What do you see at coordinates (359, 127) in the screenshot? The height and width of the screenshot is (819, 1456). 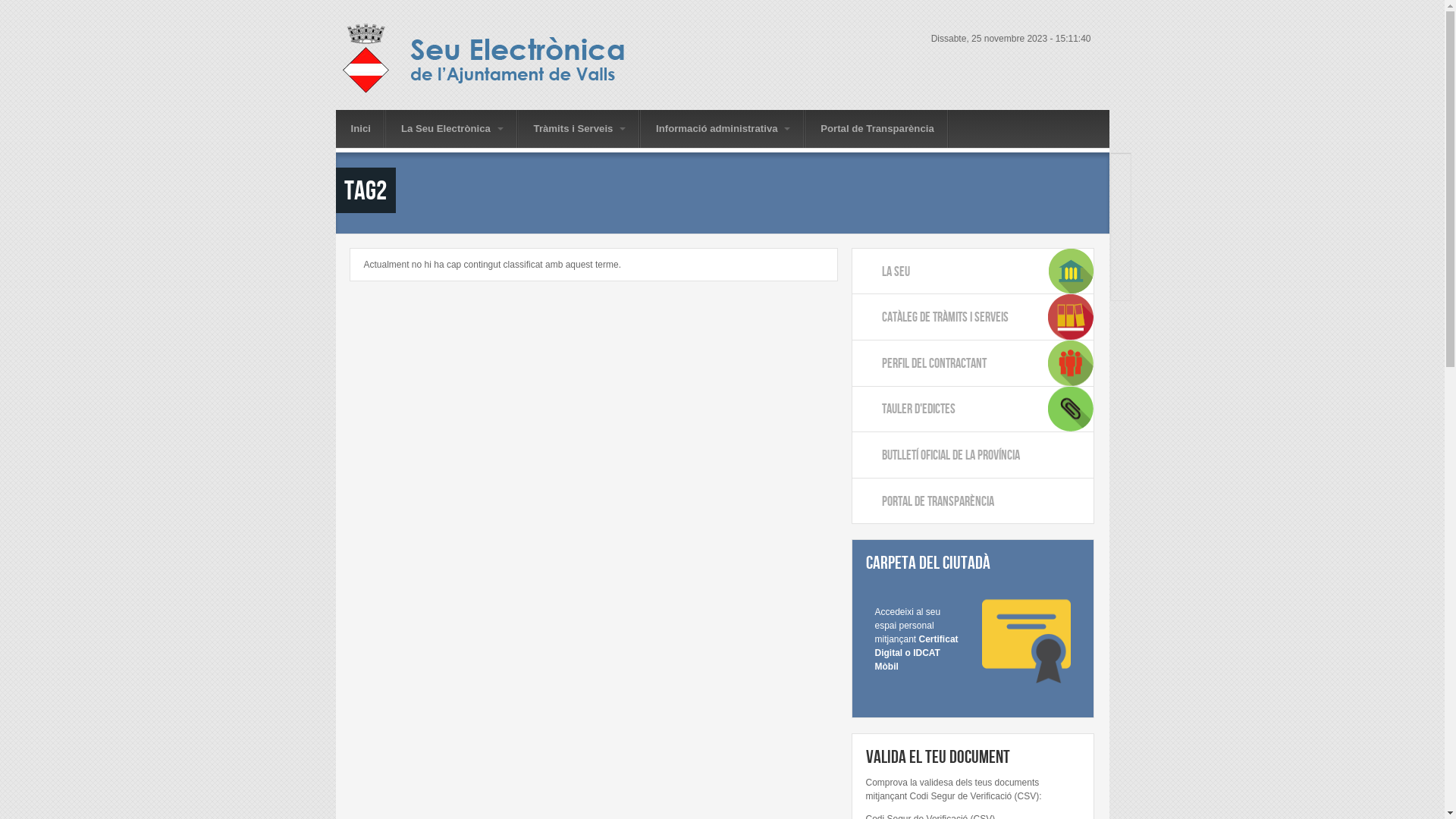 I see `'Inici'` at bounding box center [359, 127].